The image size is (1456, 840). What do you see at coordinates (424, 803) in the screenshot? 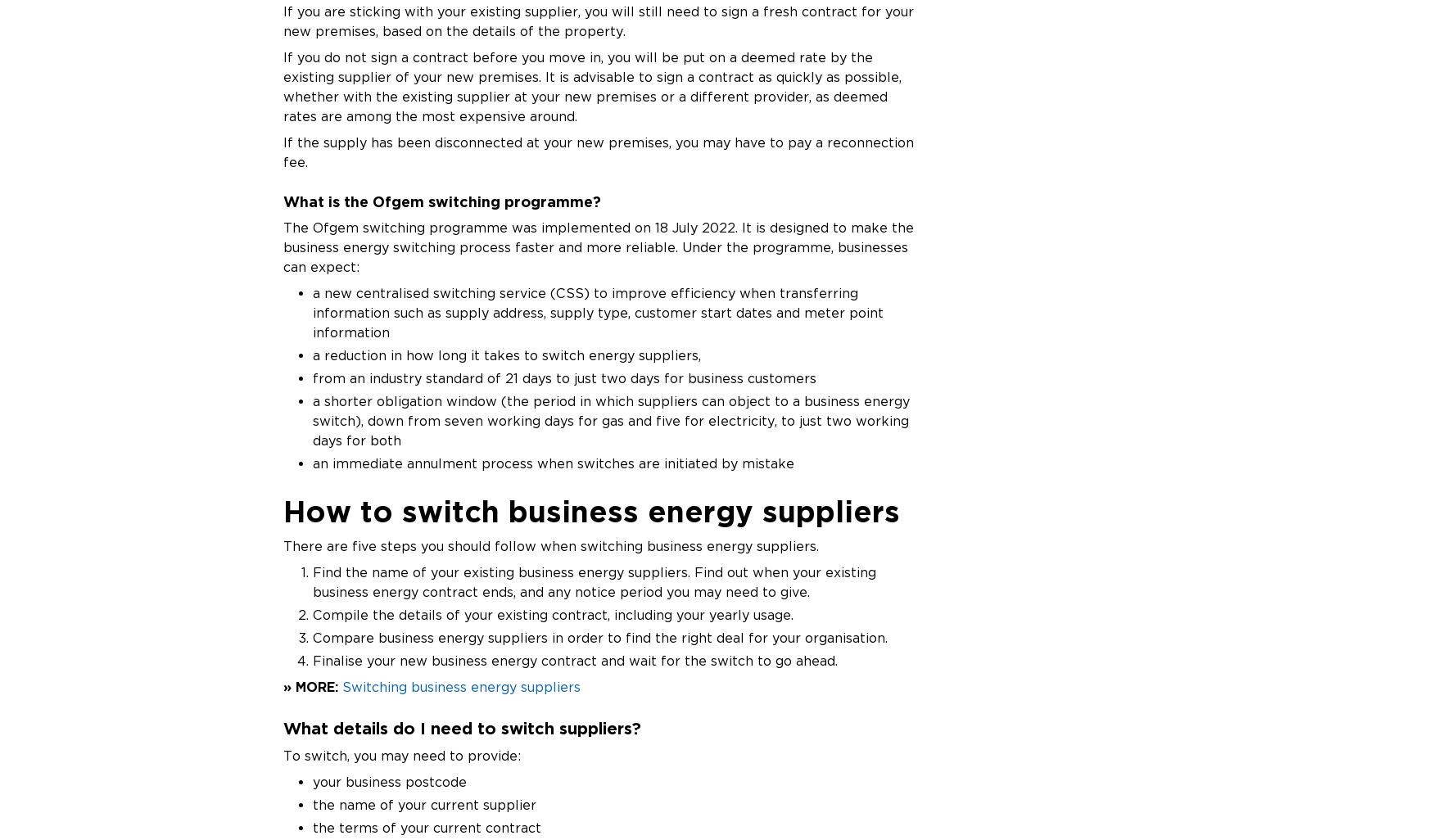
I see `'the name of your current supplier'` at bounding box center [424, 803].